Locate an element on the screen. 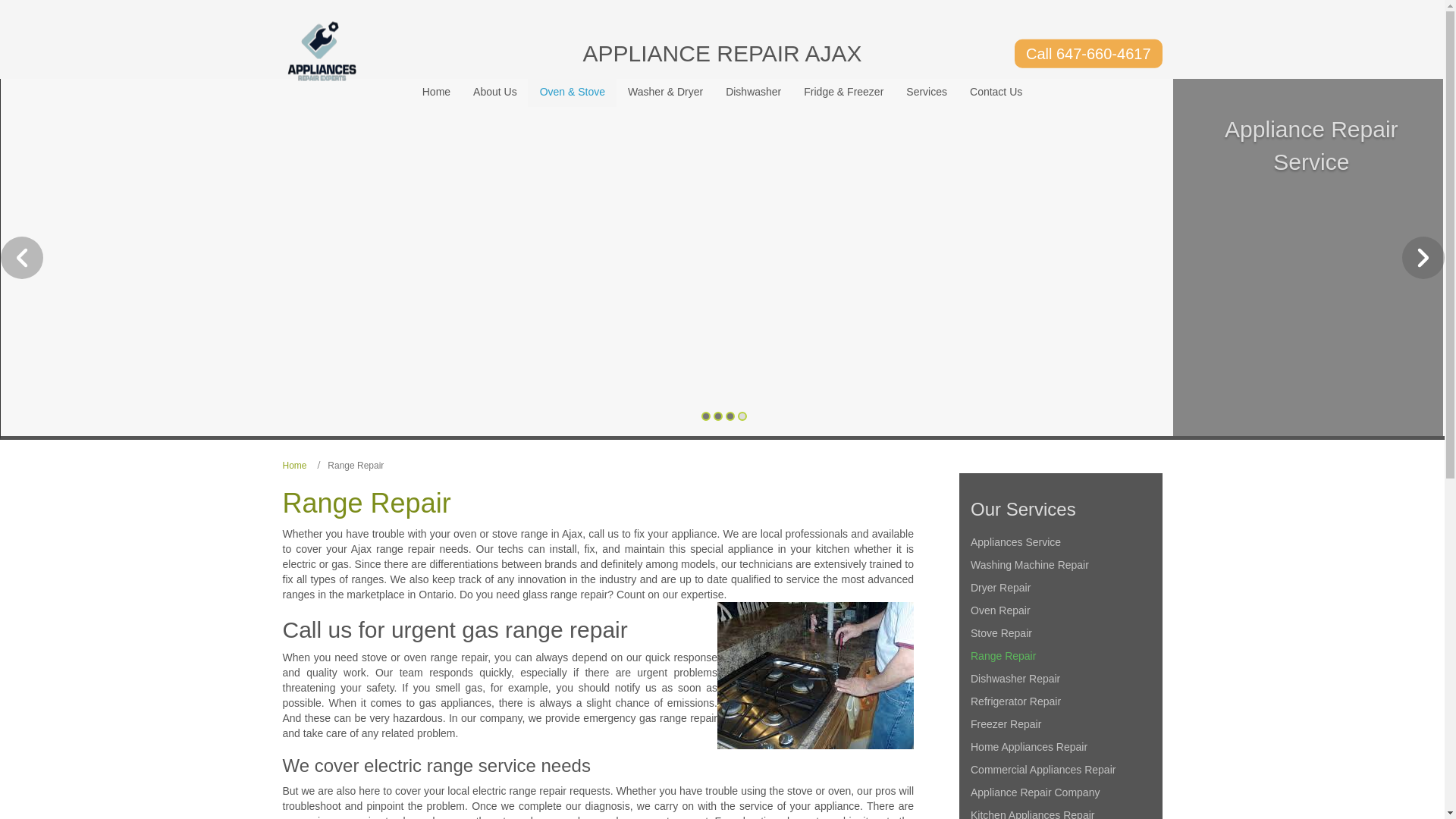  'Appliances Service' is located at coordinates (1059, 541).